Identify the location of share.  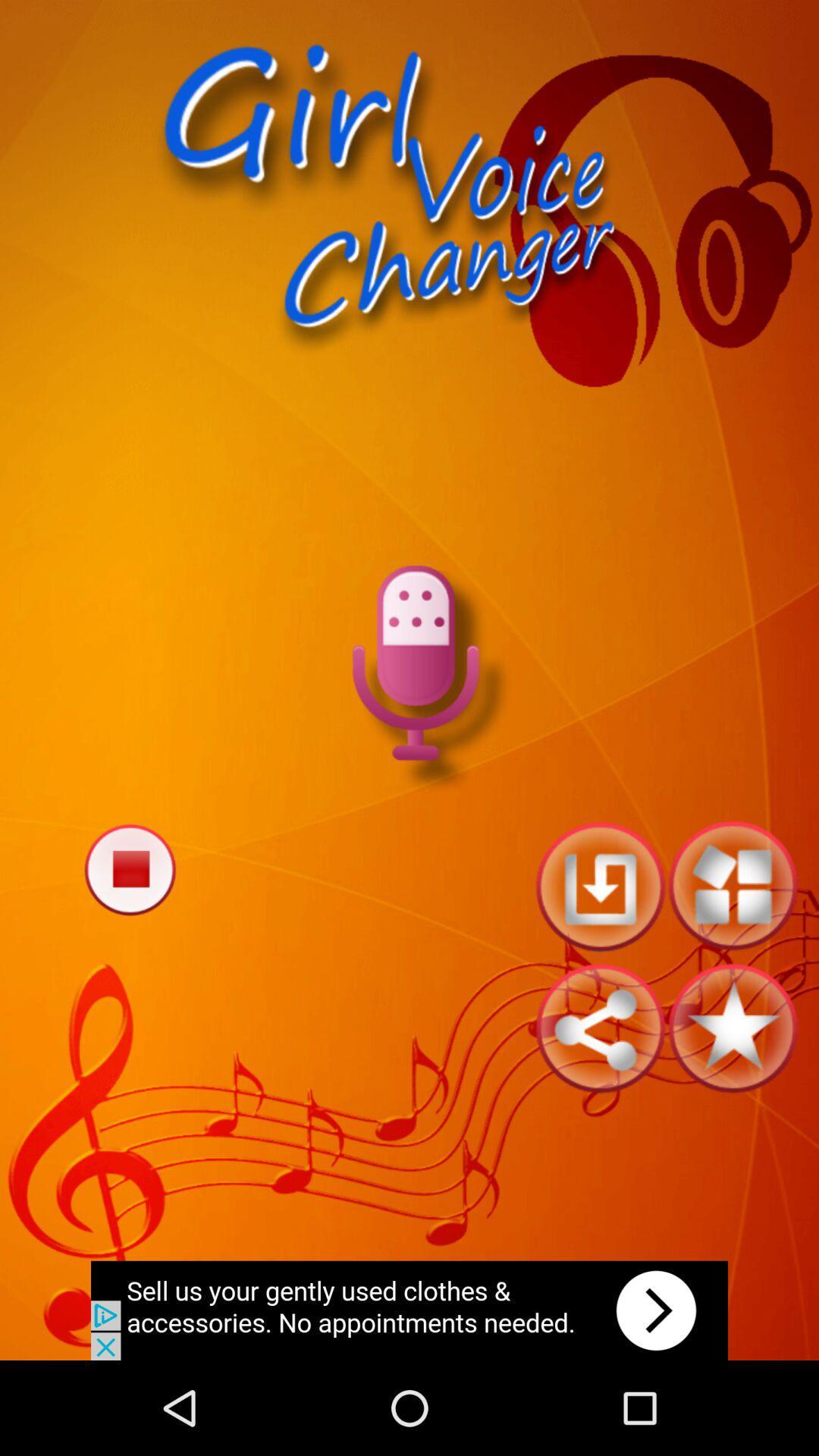
(599, 1028).